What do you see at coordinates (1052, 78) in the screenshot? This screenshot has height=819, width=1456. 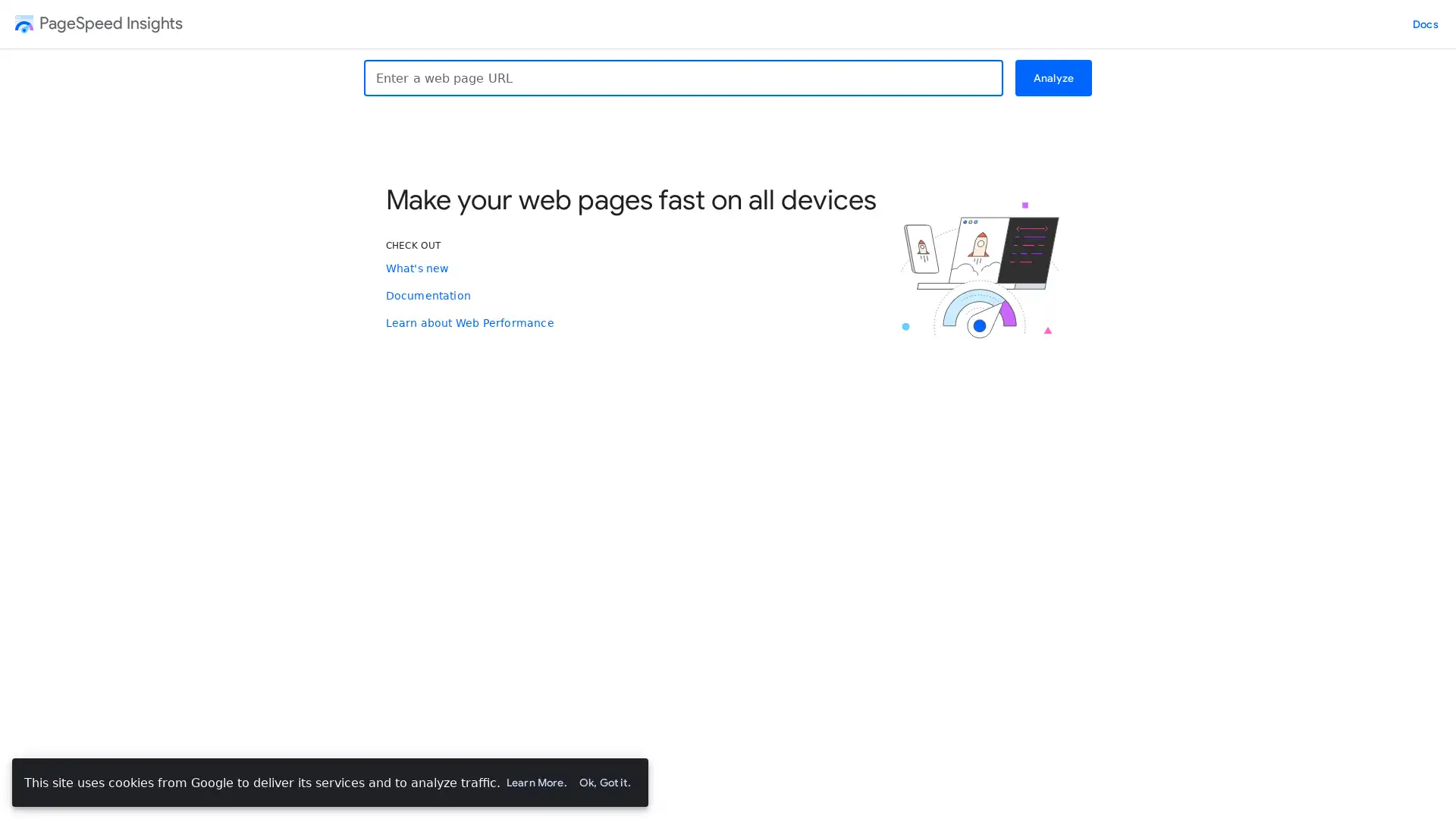 I see `Analyze` at bounding box center [1052, 78].